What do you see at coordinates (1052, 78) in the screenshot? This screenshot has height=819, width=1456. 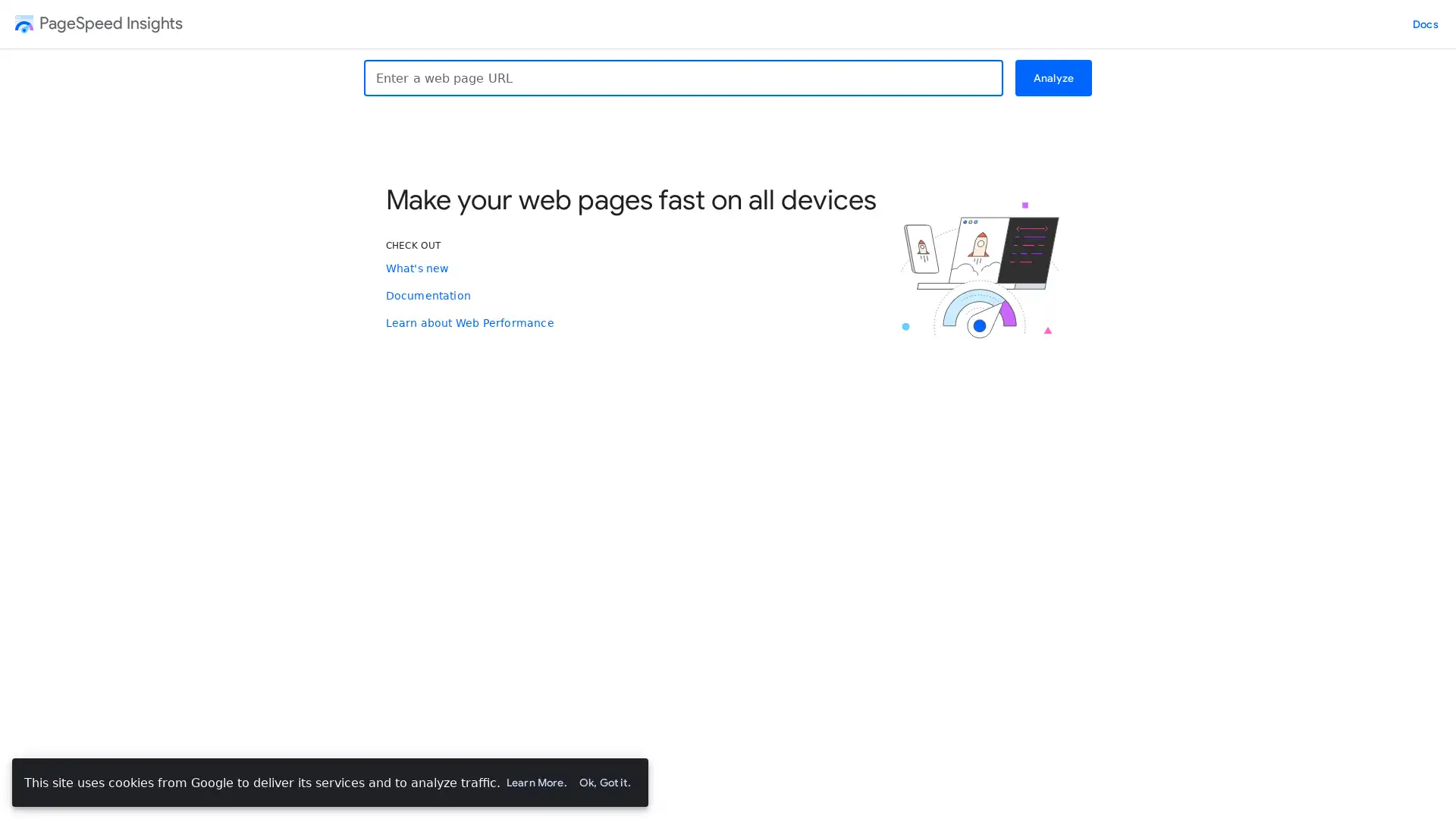 I see `Analyze` at bounding box center [1052, 78].